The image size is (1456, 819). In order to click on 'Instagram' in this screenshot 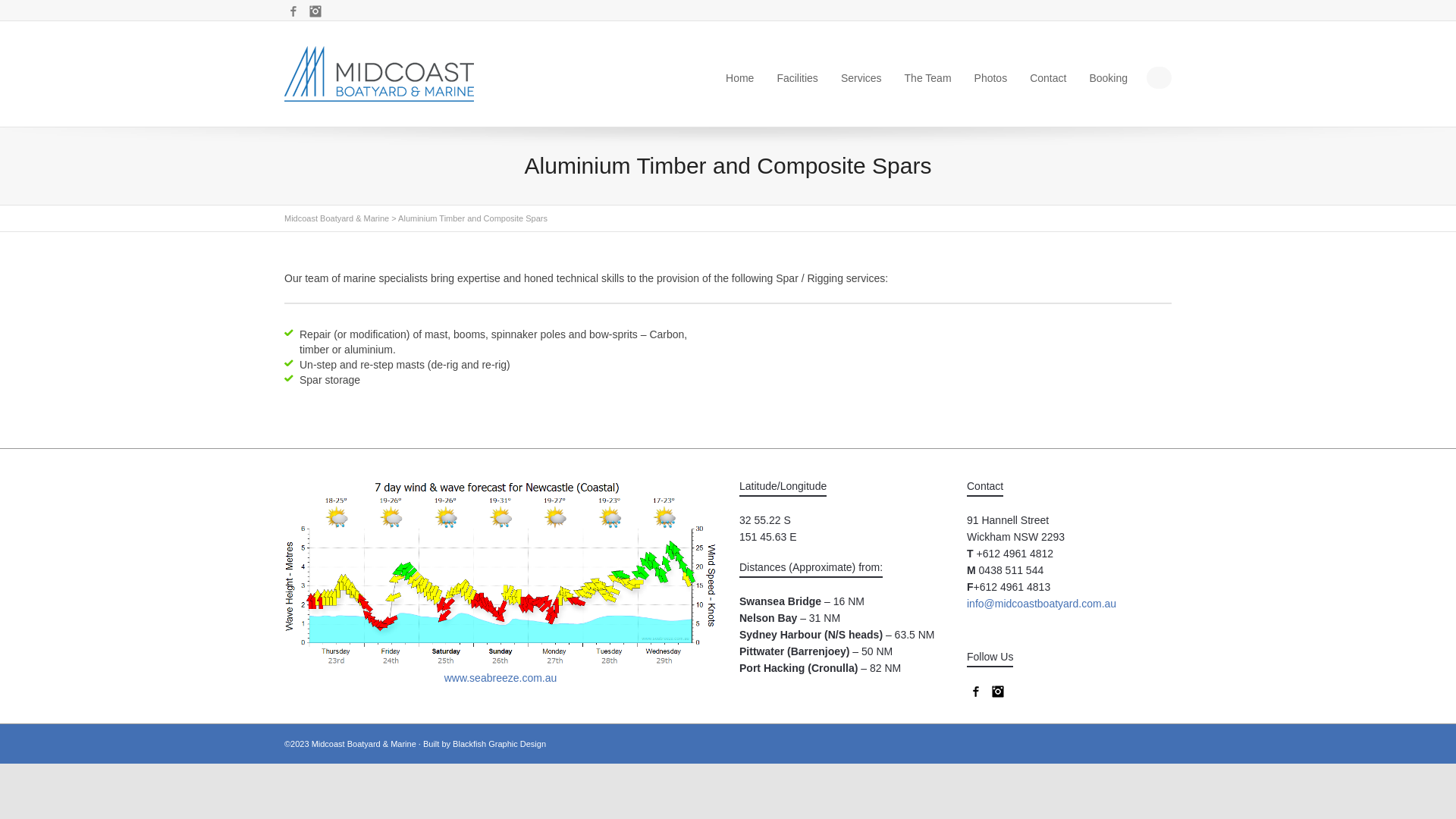, I will do `click(315, 11)`.